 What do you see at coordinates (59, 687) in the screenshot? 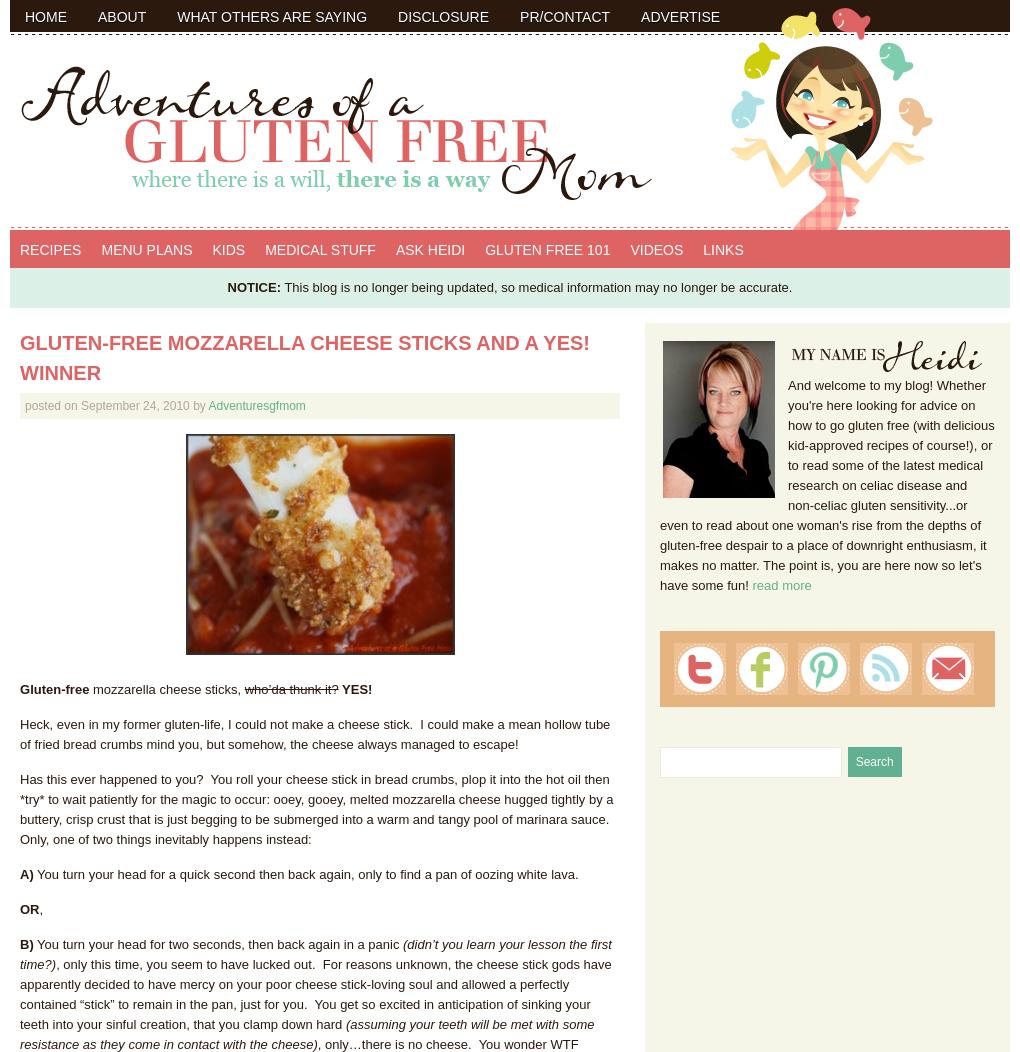
I see `'luten-free'` at bounding box center [59, 687].